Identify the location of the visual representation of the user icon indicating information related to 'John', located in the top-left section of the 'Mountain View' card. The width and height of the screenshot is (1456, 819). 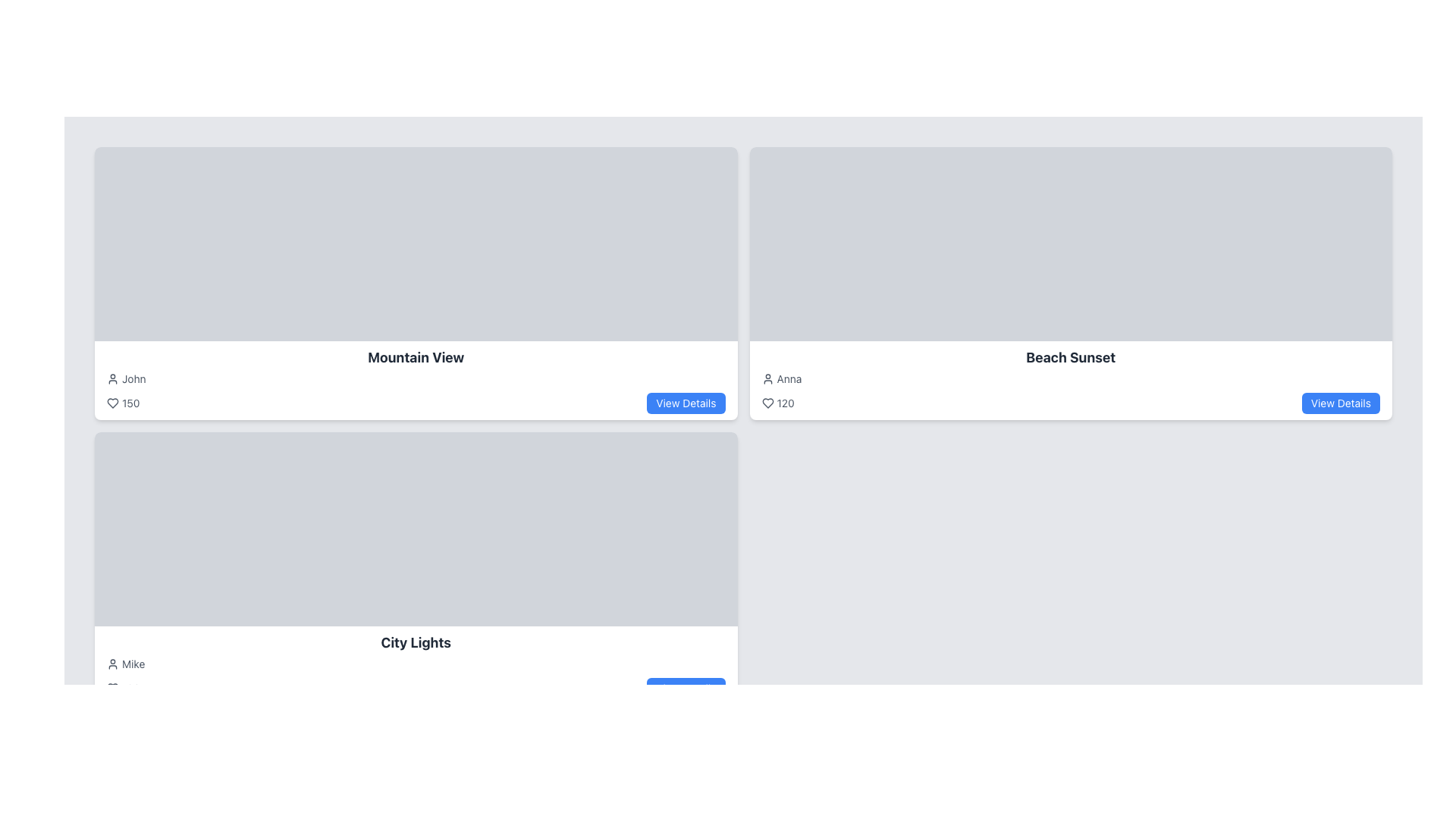
(111, 378).